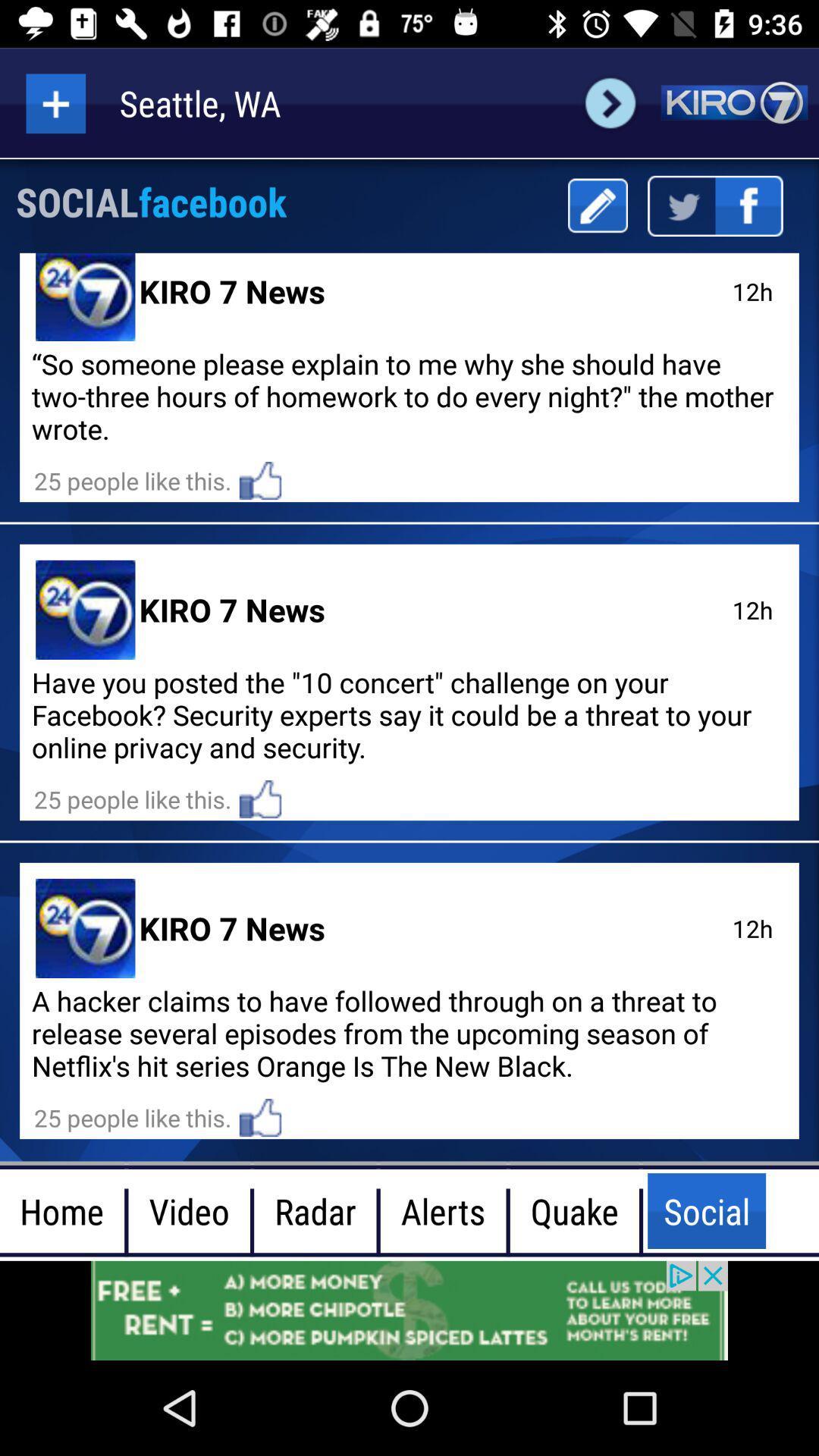  Describe the element at coordinates (610, 102) in the screenshot. I see `change city` at that location.